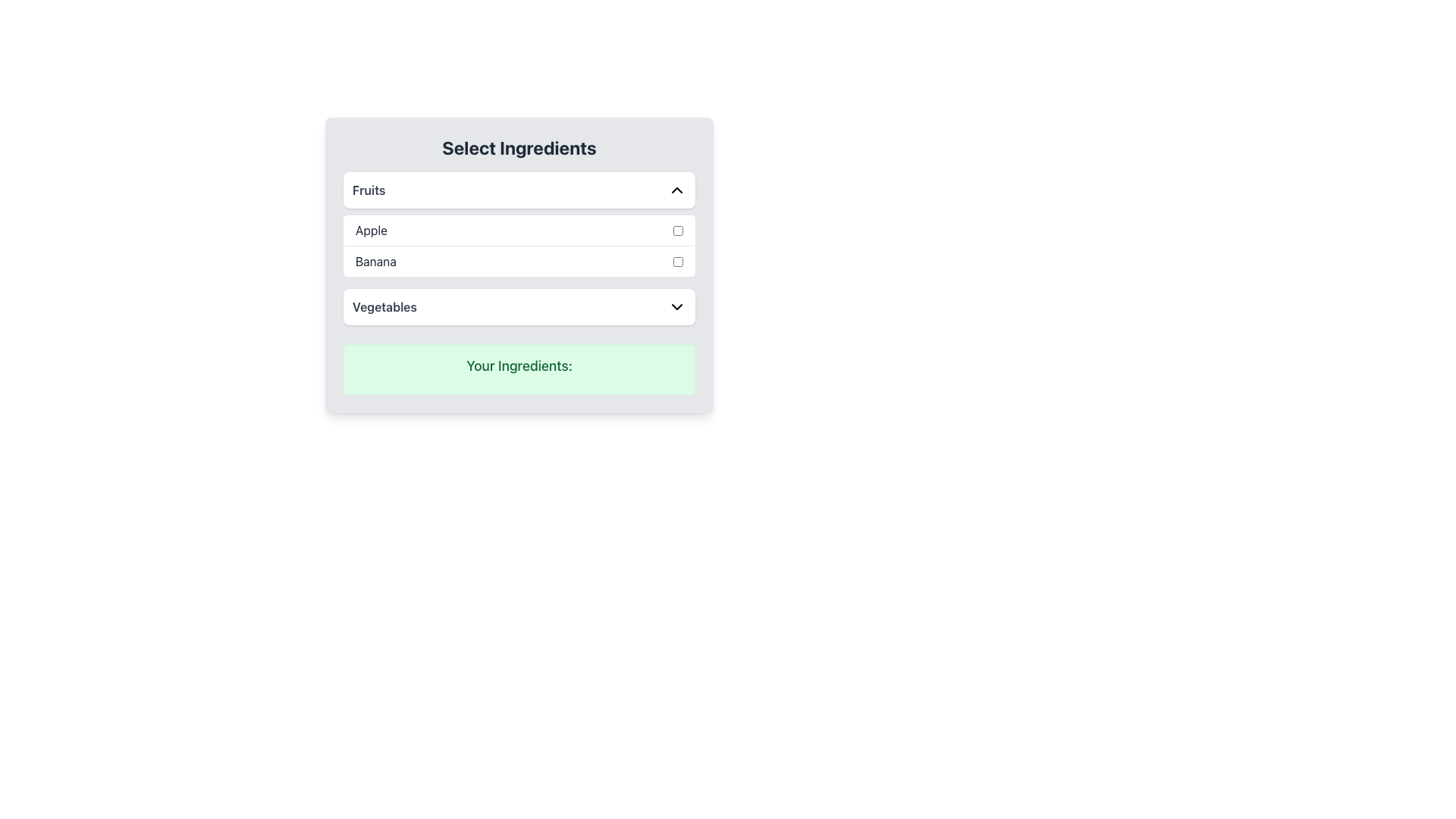 The image size is (1456, 819). I want to click on the static text label 'Apple' which represents an item in the 'Fruits' selection list, positioned to the left of a checkbox element, so click(371, 231).